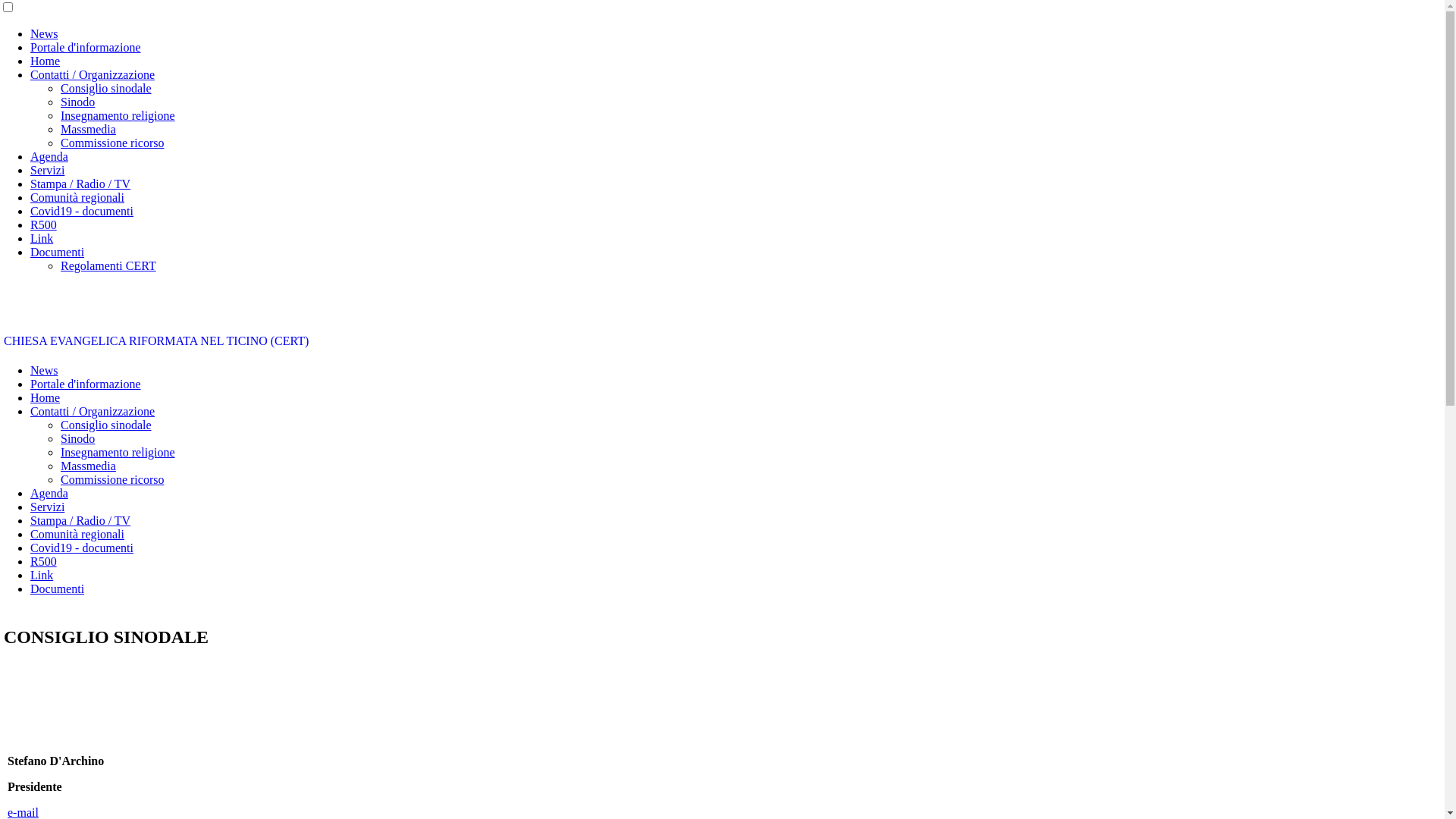 The height and width of the screenshot is (819, 1456). What do you see at coordinates (105, 425) in the screenshot?
I see `'Consiglio sinodale'` at bounding box center [105, 425].